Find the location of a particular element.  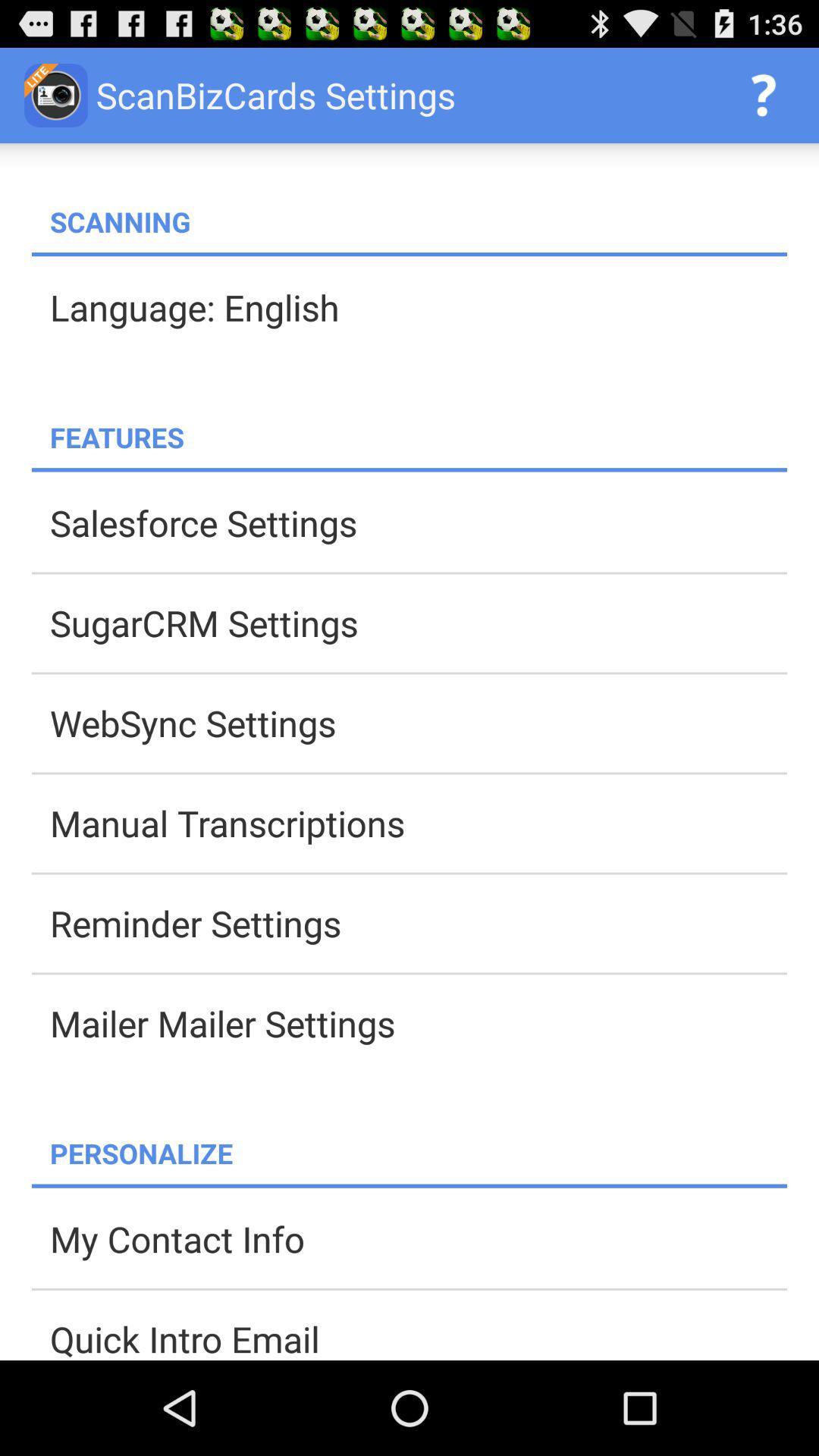

the app to the right of the scanbizcards settings item is located at coordinates (763, 94).